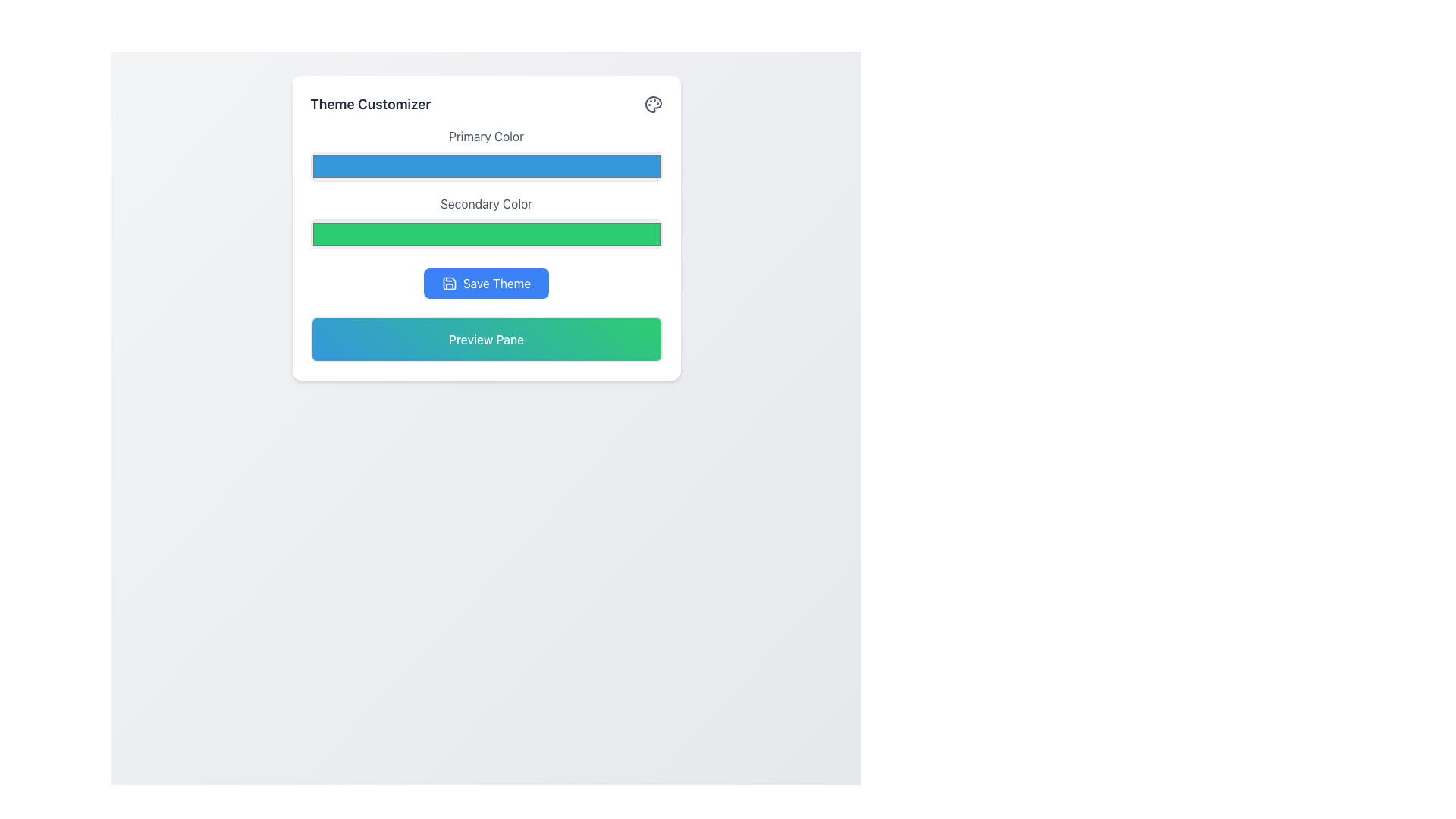 The width and height of the screenshot is (1456, 819). Describe the element at coordinates (486, 284) in the screenshot. I see `the 'Save Theme' button, which is a rectangular button with a blue background and rounded edges, located in the lower section of the 'Theme Customizer' panel, above the 'Preview Pane'` at that location.